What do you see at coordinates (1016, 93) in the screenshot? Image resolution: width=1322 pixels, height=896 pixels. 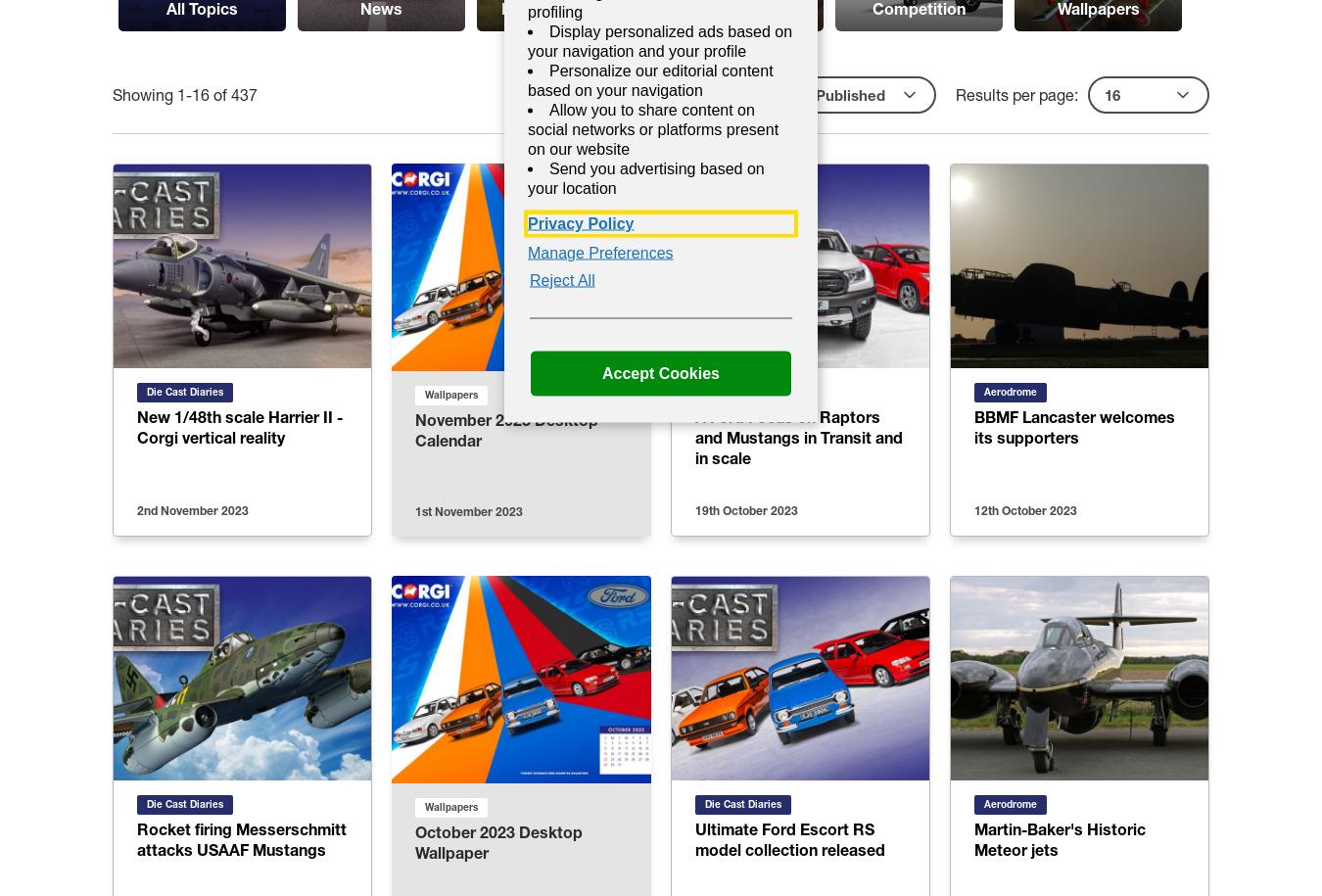 I see `'Results per page:'` at bounding box center [1016, 93].